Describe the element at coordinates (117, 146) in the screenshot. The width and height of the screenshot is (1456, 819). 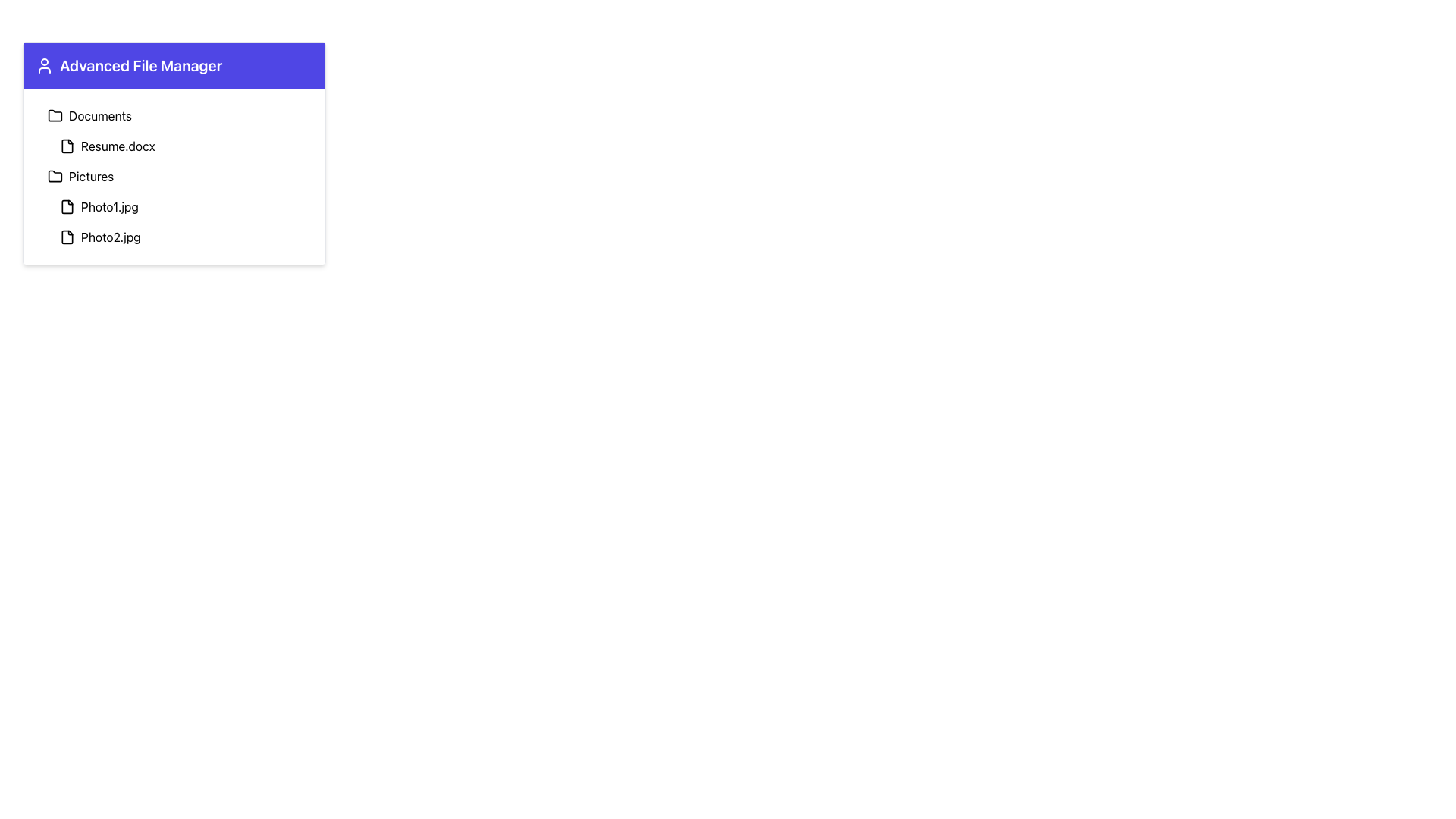
I see `the label of the file entry named 'Resume.docx'` at that location.